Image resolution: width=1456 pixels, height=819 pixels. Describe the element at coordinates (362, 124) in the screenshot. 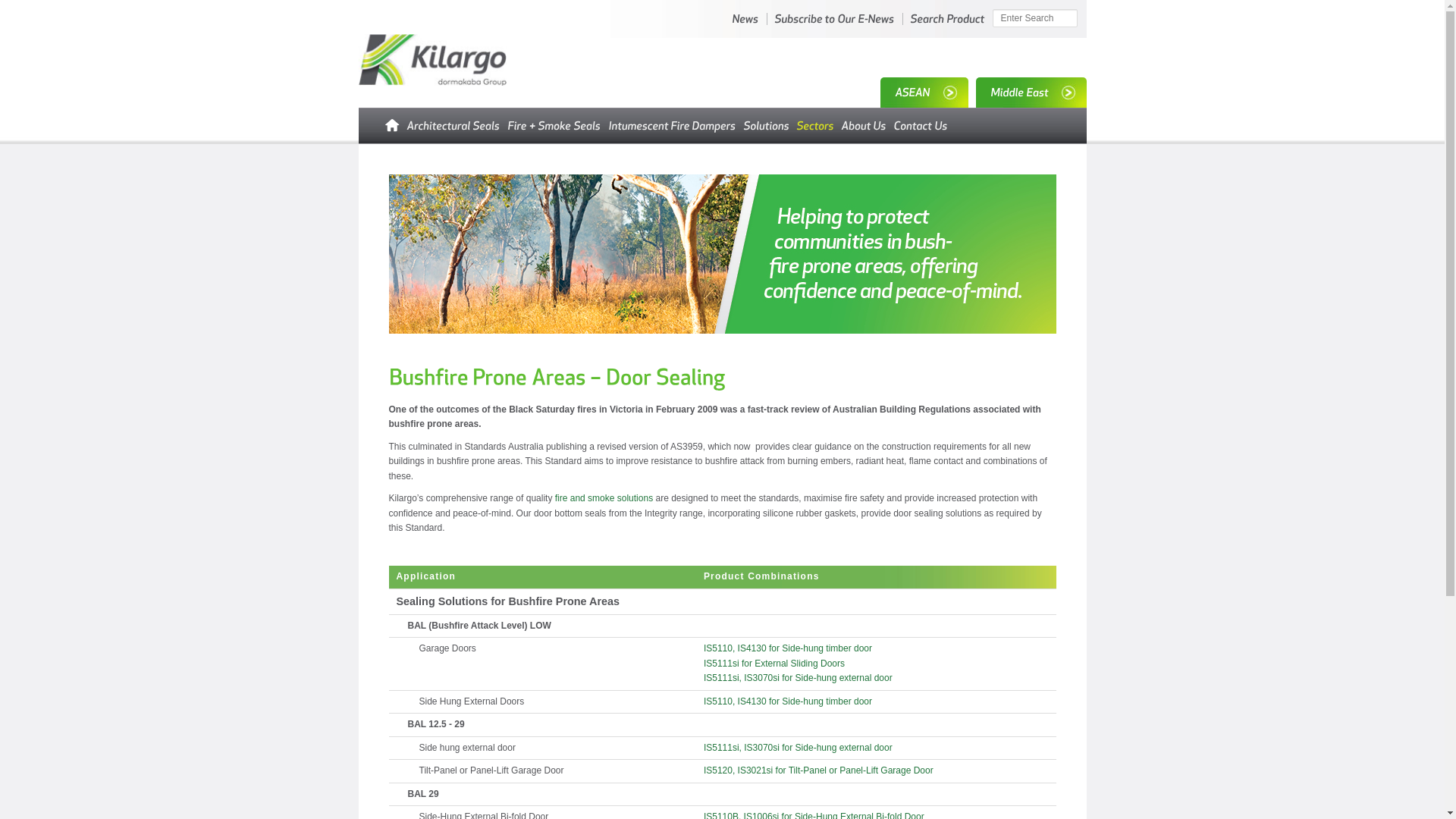

I see `'Home'` at that location.